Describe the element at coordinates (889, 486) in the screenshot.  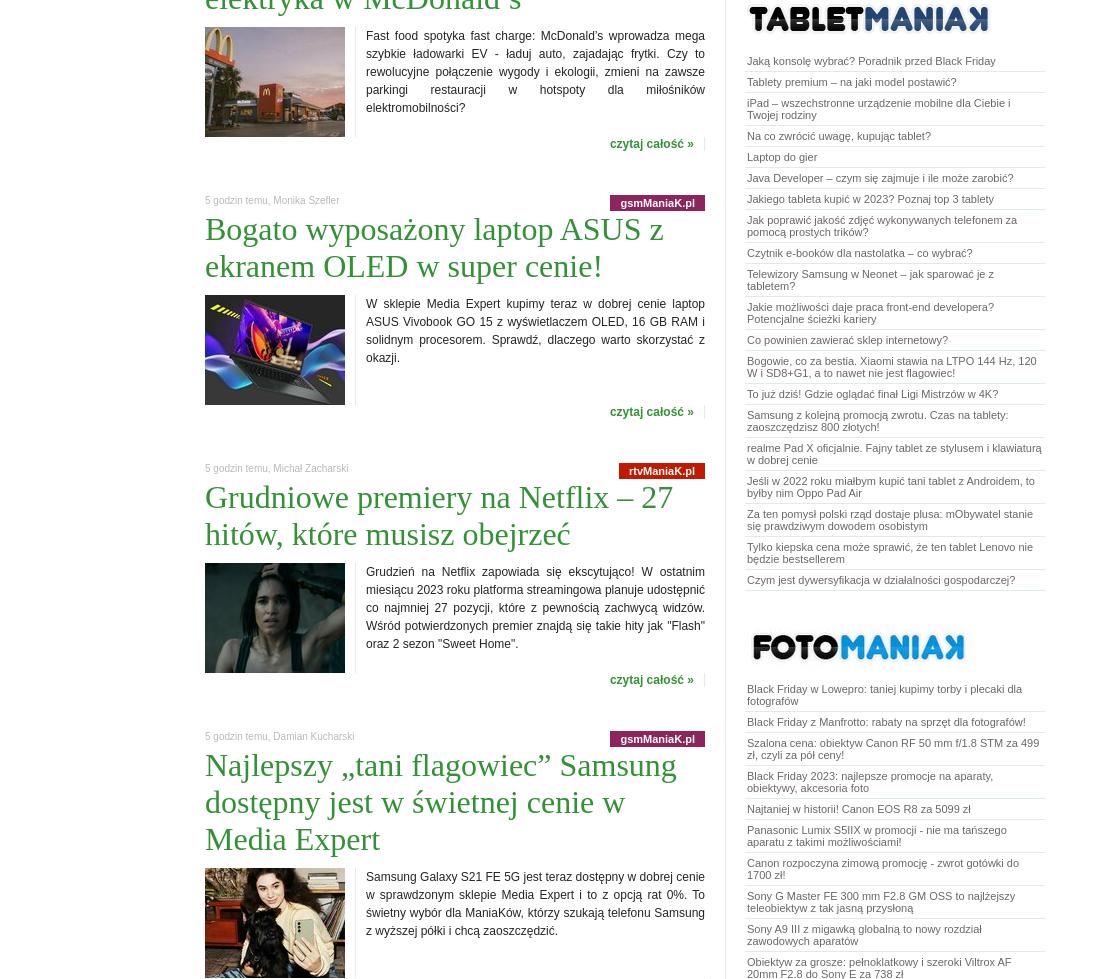
I see `'Jeśli w 2022 roku miałbym kupić tani tablet z Androidem, to byłby nim Oppo Pad Air'` at that location.